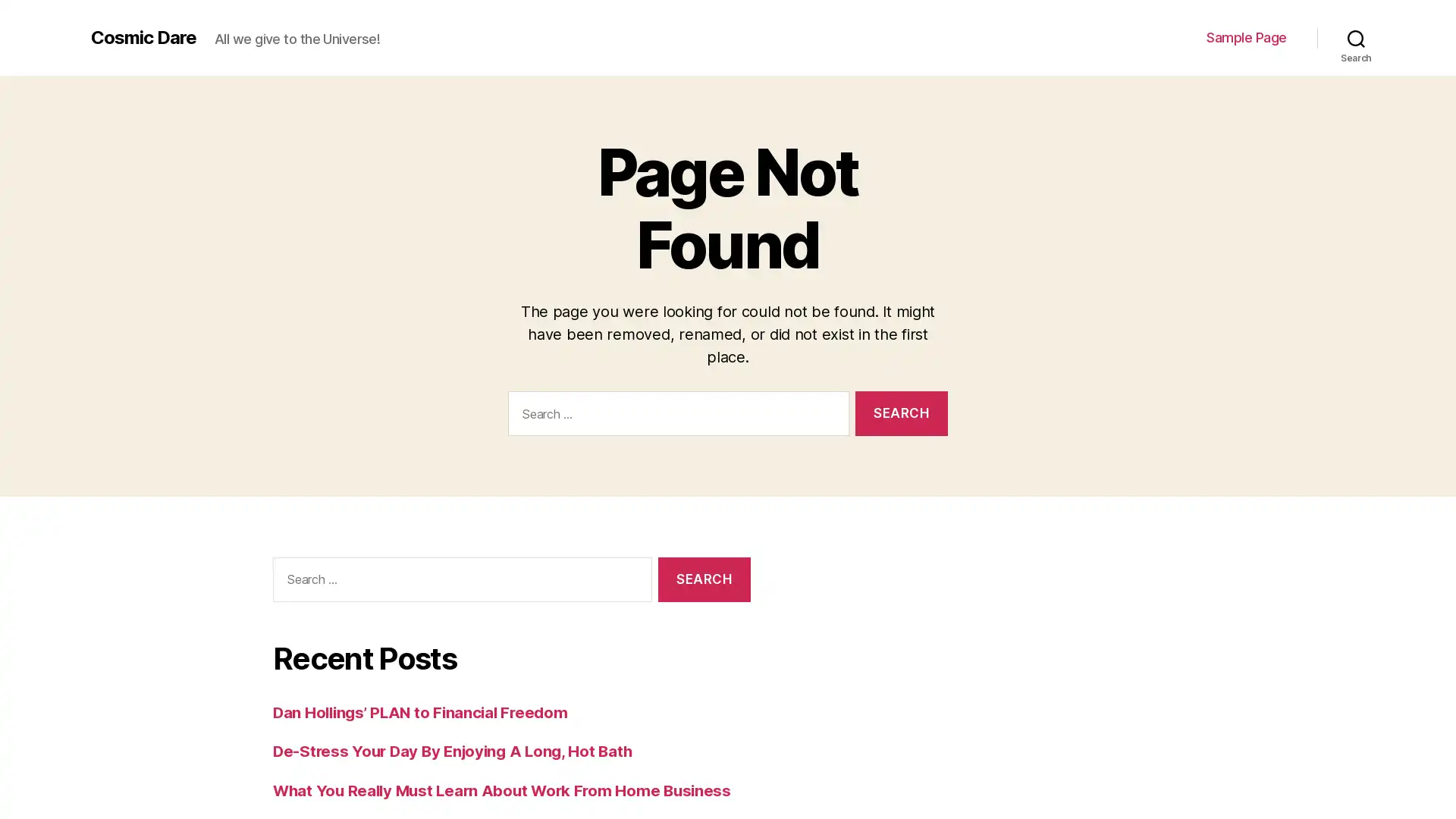 The height and width of the screenshot is (819, 1456). Describe the element at coordinates (703, 579) in the screenshot. I see `Search` at that location.